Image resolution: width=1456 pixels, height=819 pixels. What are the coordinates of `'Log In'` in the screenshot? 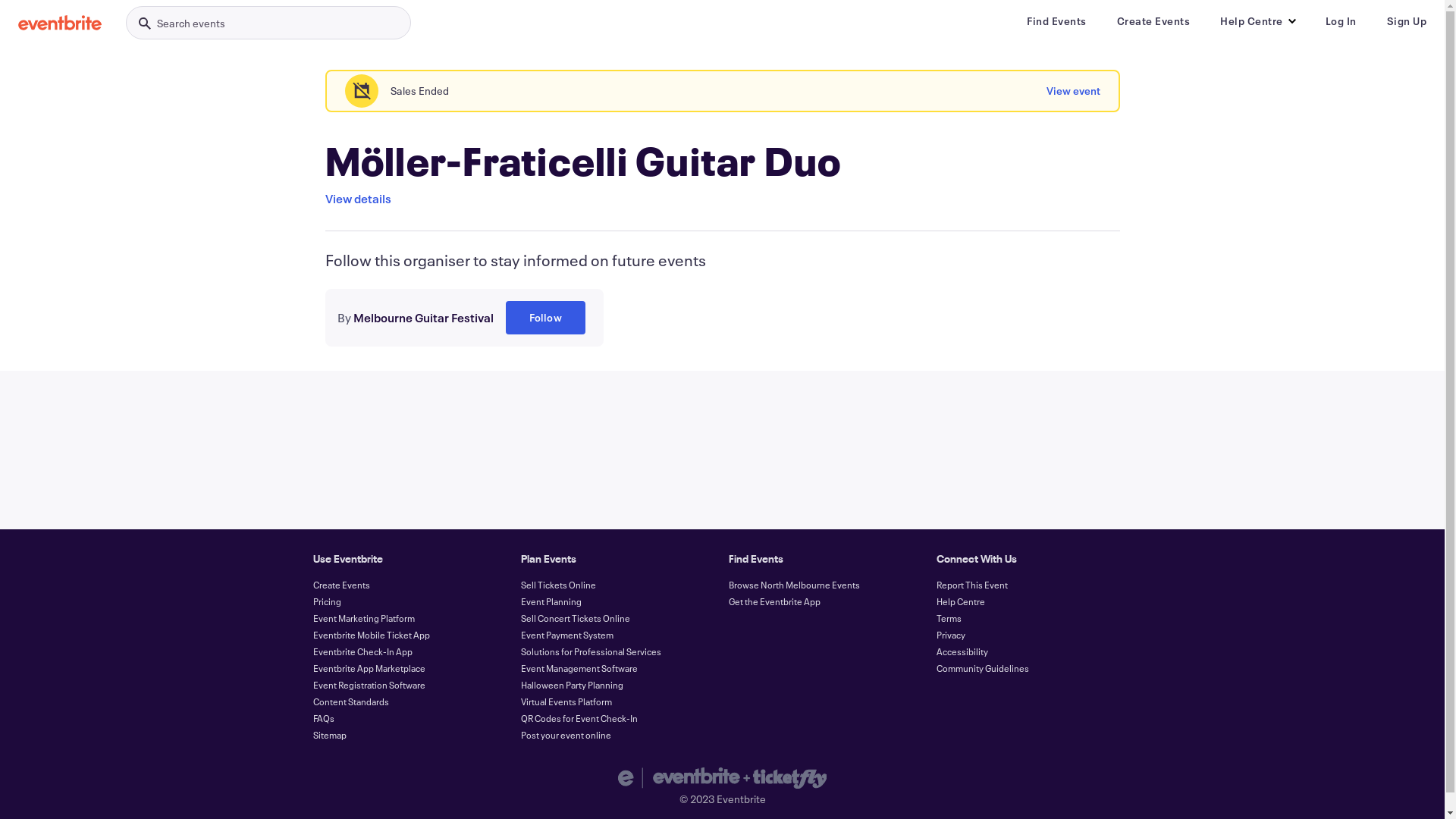 It's located at (1341, 20).